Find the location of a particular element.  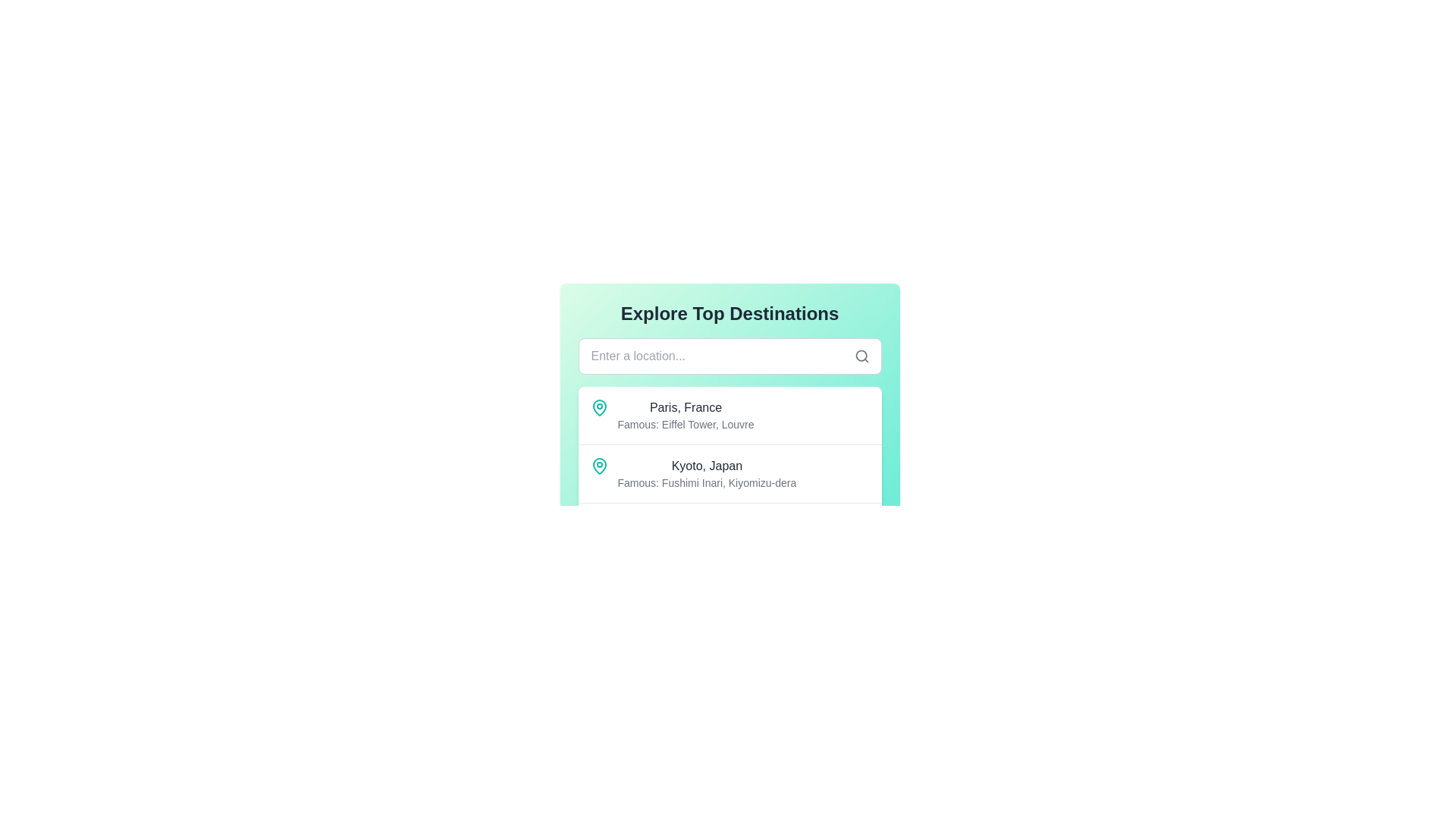

the geographic location icon representing 'Paris, France', which is positioned on the left side of the text listing 'Paris, France' and 'Famous: Eiffel Tower, Louvre' is located at coordinates (598, 406).